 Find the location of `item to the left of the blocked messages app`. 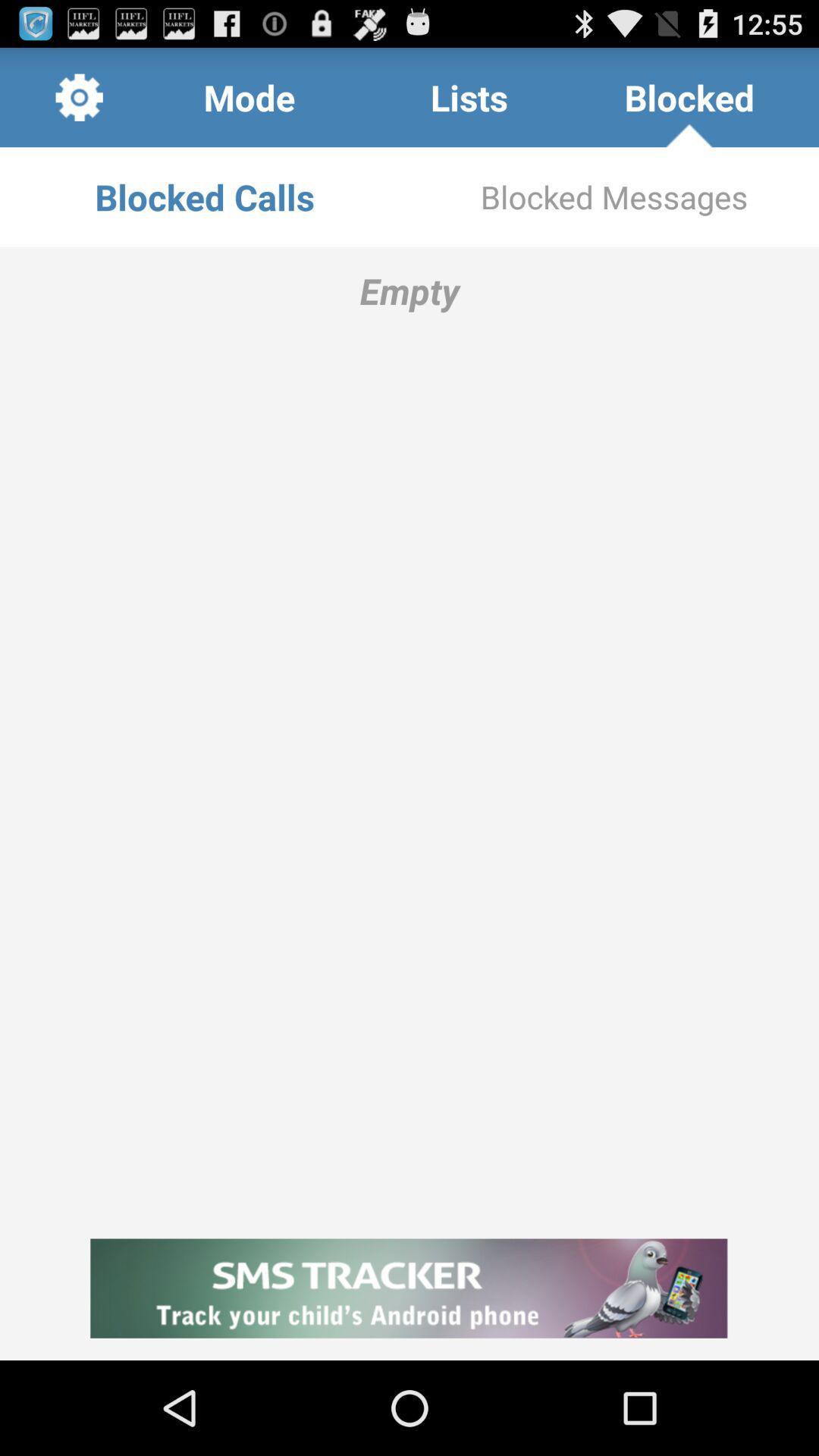

item to the left of the blocked messages app is located at coordinates (205, 196).